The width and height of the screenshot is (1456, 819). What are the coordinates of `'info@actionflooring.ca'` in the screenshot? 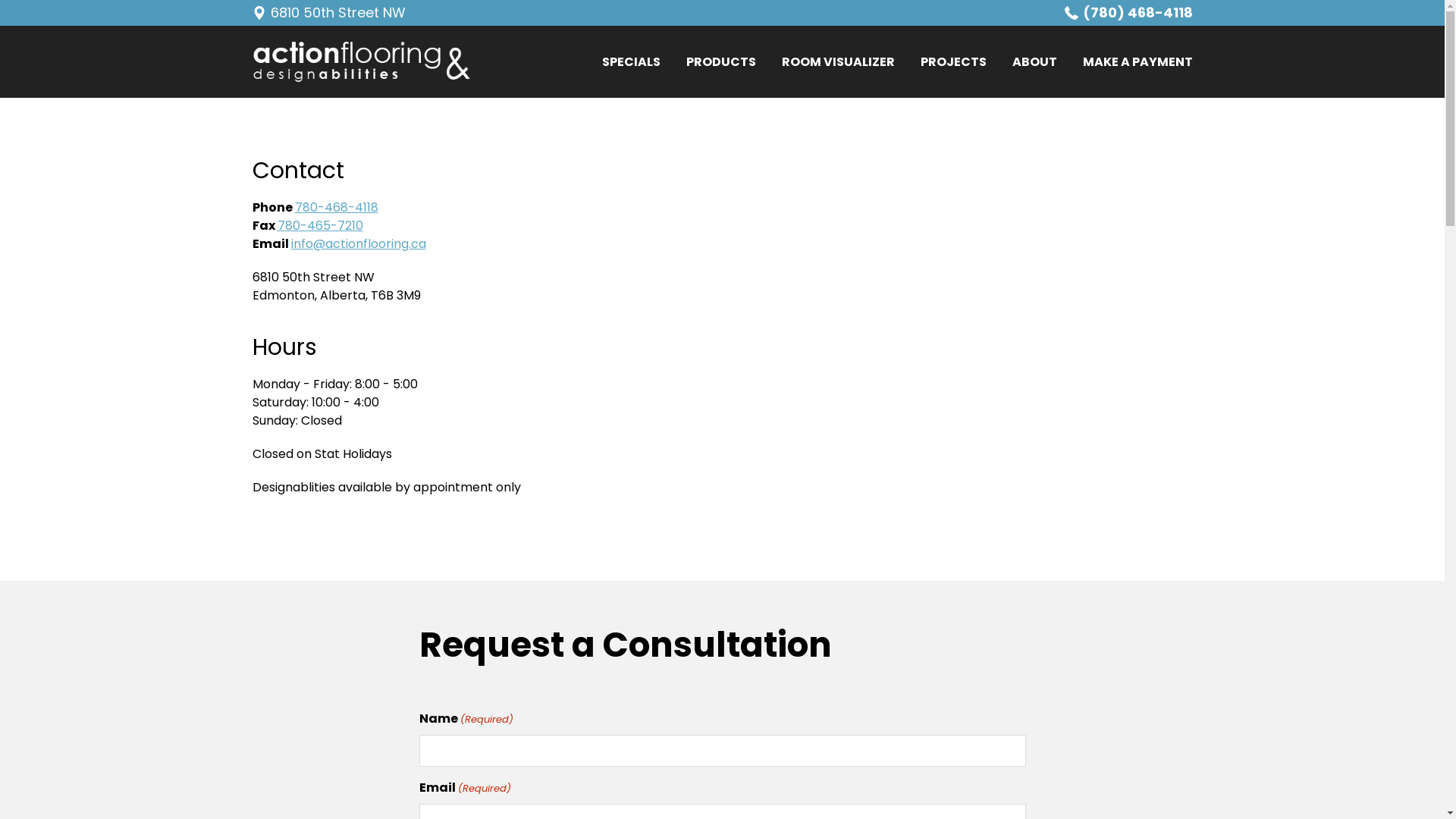 It's located at (358, 243).